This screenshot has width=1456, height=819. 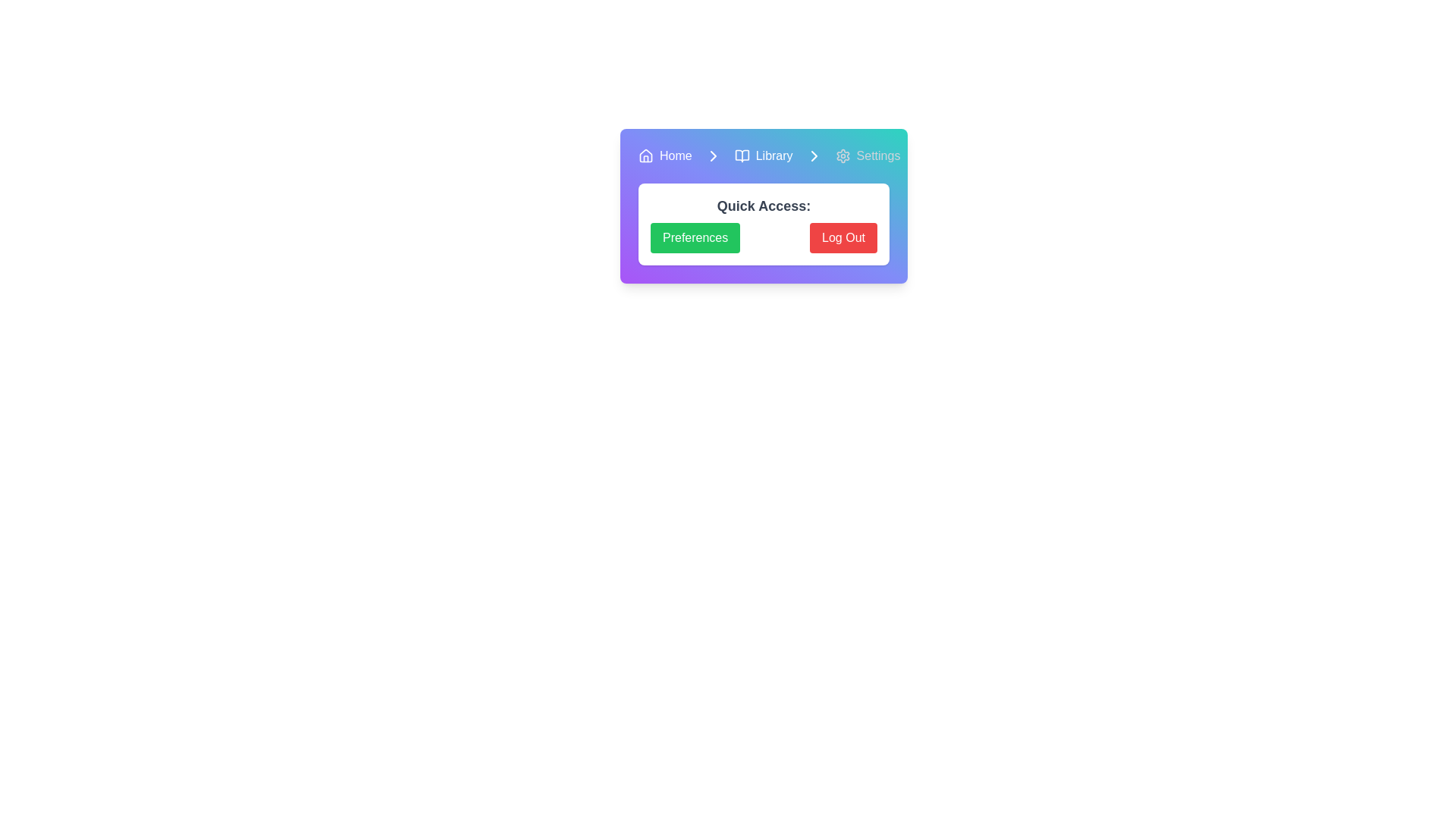 I want to click on the book icon in the navigation bar, so click(x=742, y=155).